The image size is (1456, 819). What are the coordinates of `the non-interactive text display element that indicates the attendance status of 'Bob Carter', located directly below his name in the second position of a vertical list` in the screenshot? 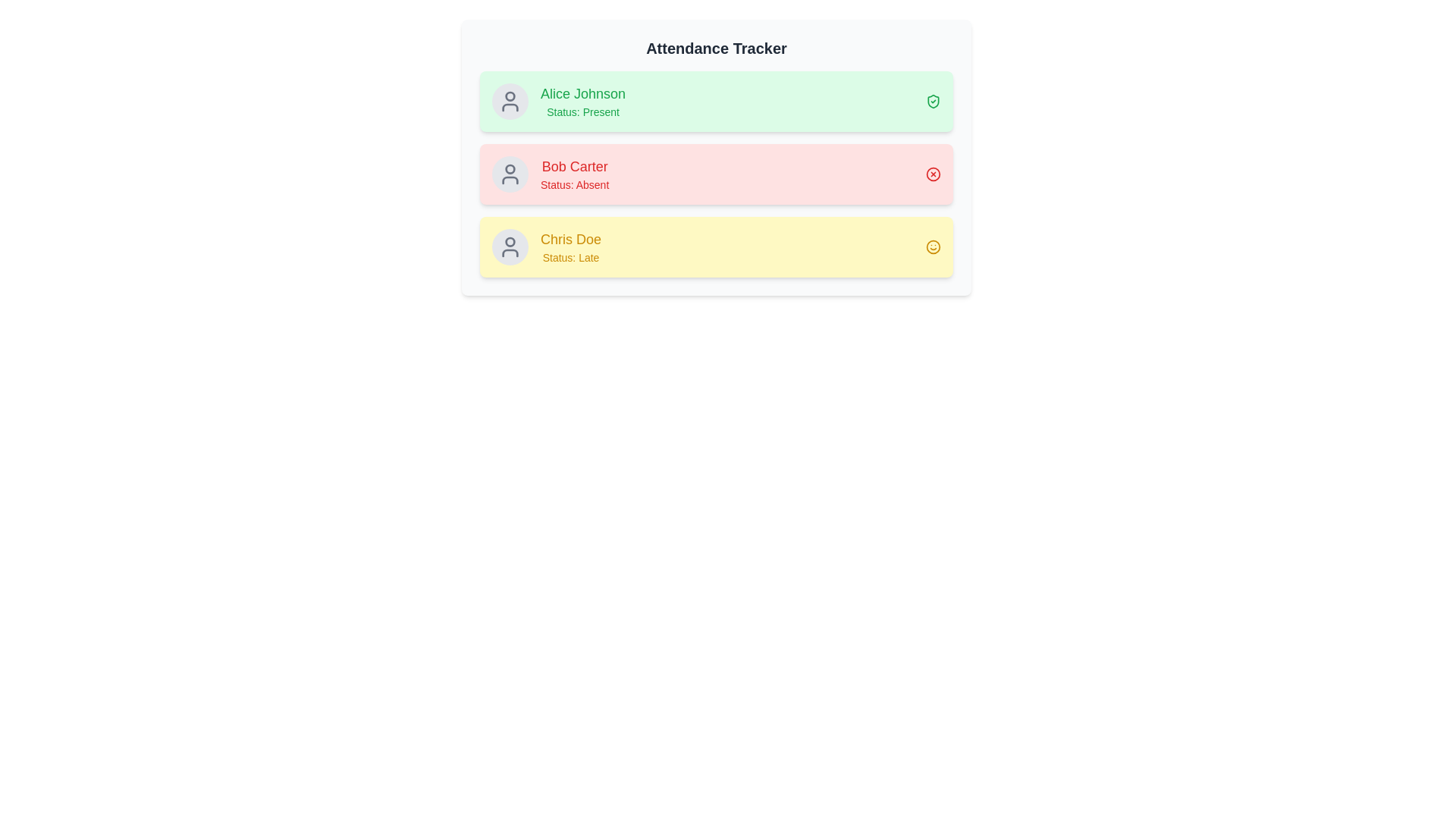 It's located at (574, 184).